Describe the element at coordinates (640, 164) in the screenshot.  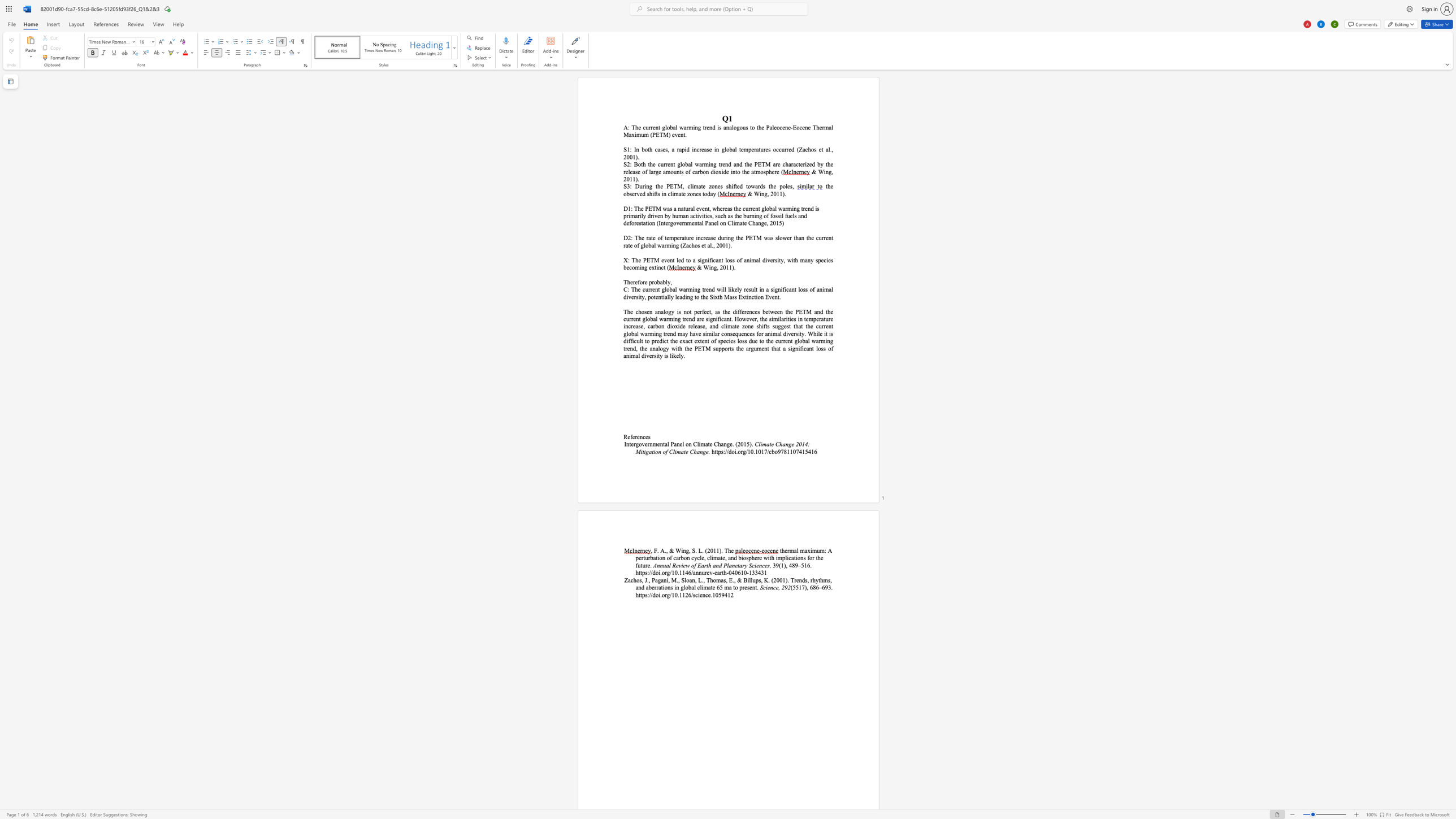
I see `the space between the continuous character "o" and "t" in the text` at that location.